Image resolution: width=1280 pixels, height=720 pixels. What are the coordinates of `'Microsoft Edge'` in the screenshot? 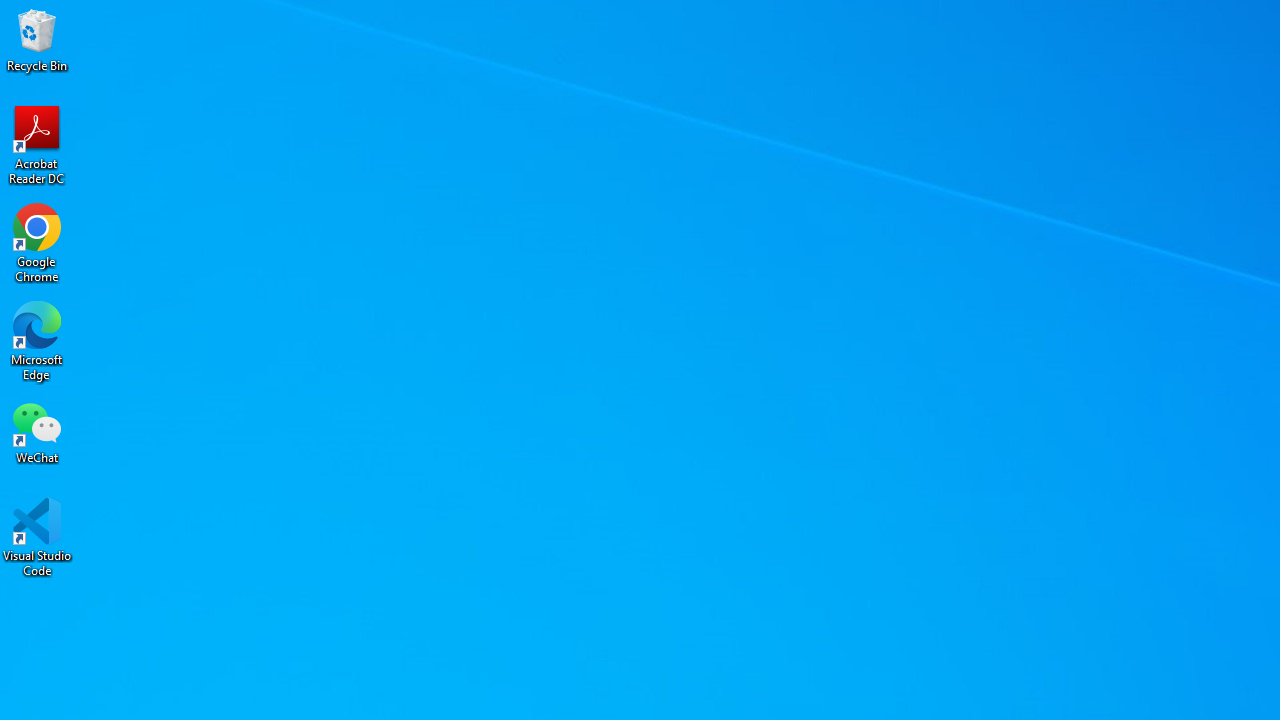 It's located at (37, 340).